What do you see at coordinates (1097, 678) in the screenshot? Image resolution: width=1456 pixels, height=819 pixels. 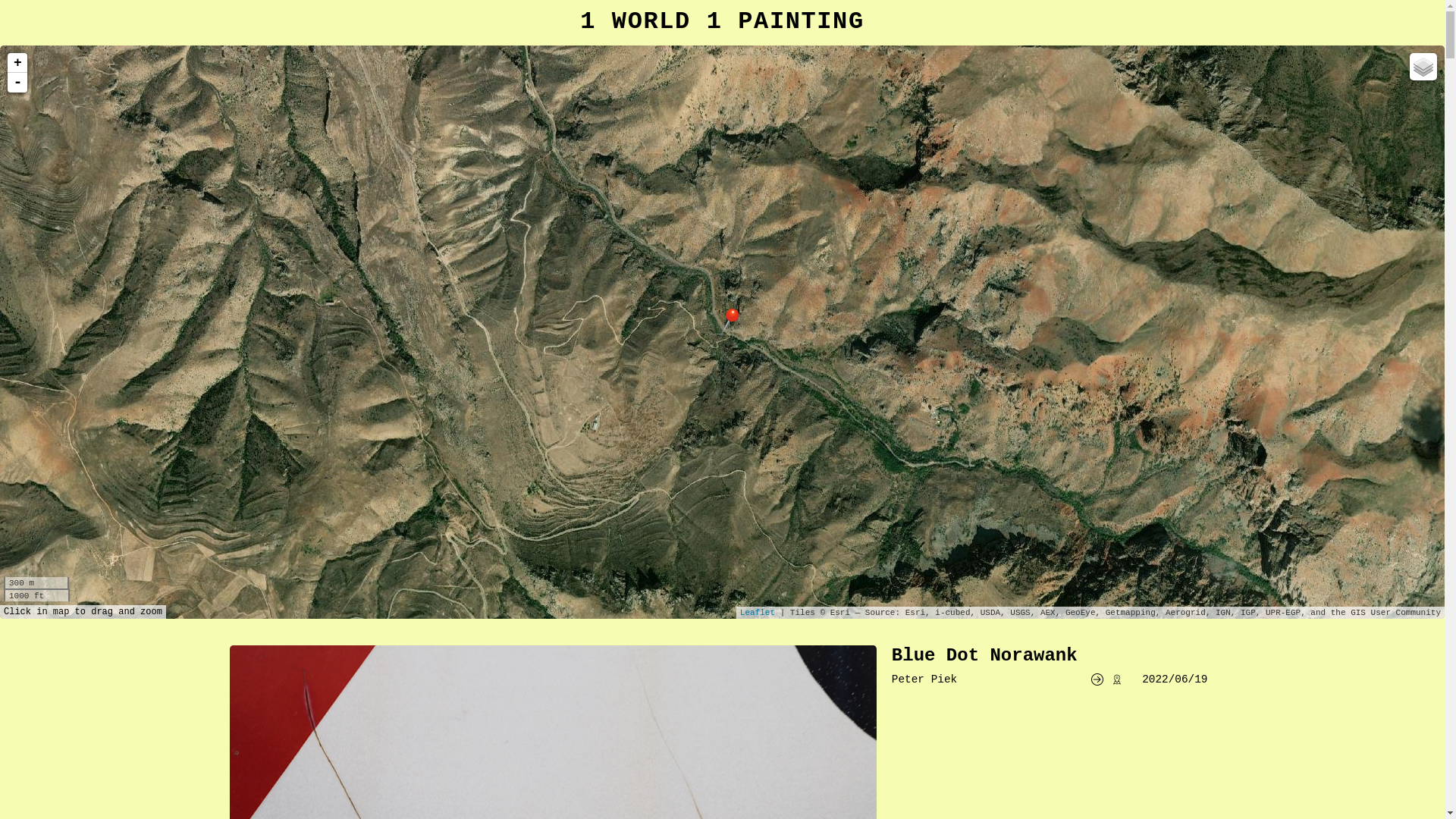 I see `'go to website'` at bounding box center [1097, 678].